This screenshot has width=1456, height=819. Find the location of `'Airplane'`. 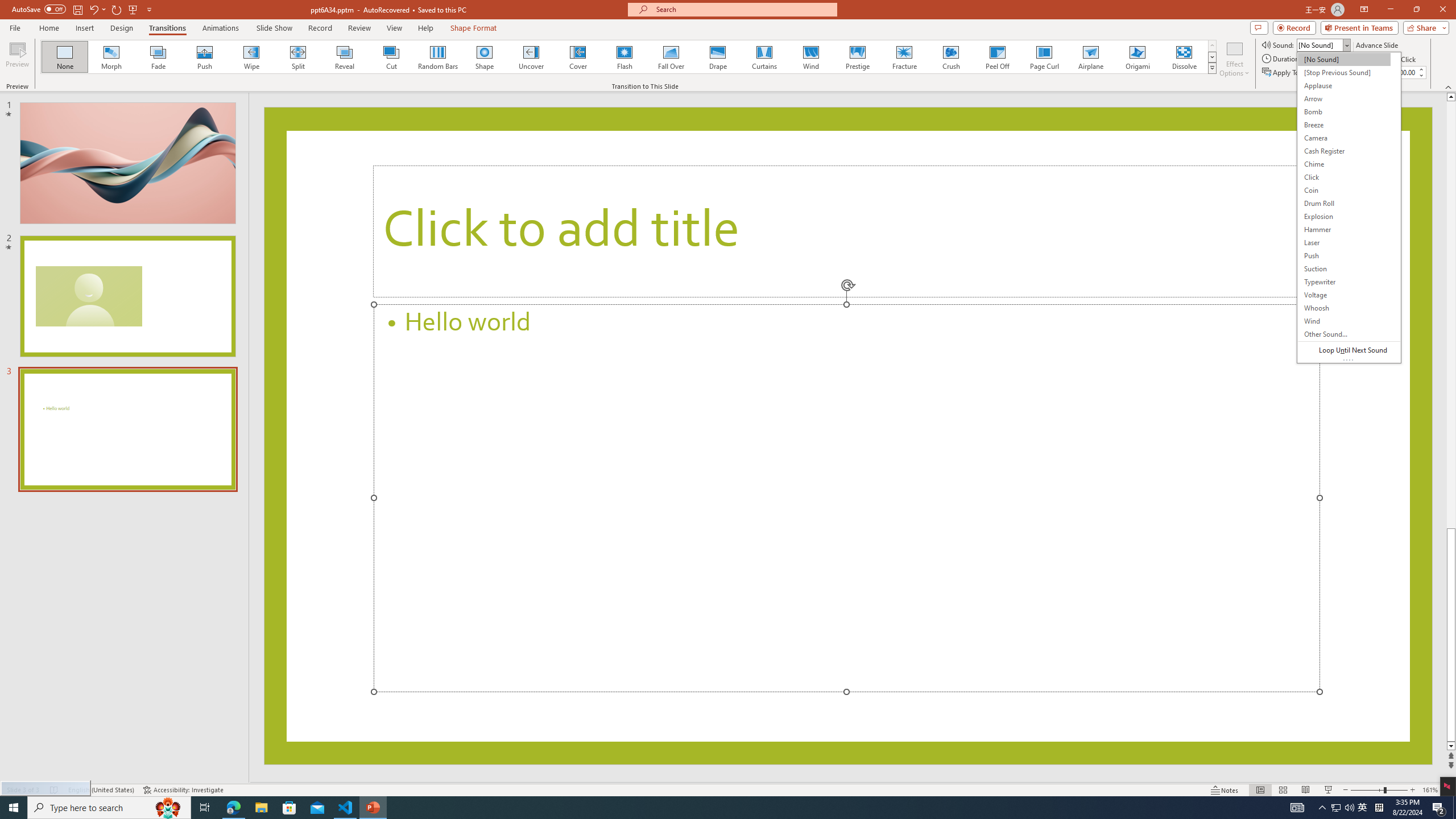

'Airplane' is located at coordinates (1090, 56).